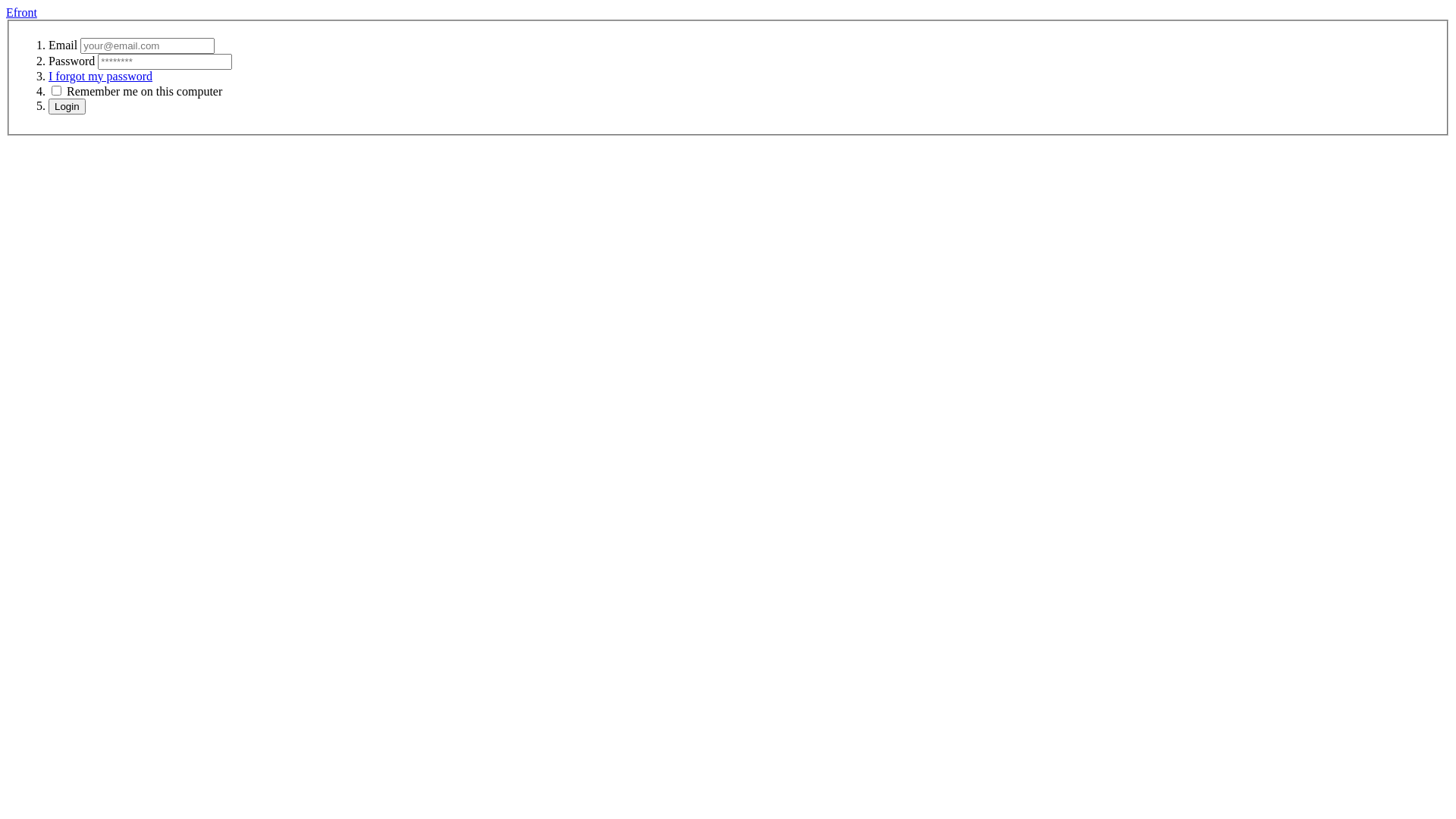  What do you see at coordinates (48, 76) in the screenshot?
I see `'I forgot my password'` at bounding box center [48, 76].